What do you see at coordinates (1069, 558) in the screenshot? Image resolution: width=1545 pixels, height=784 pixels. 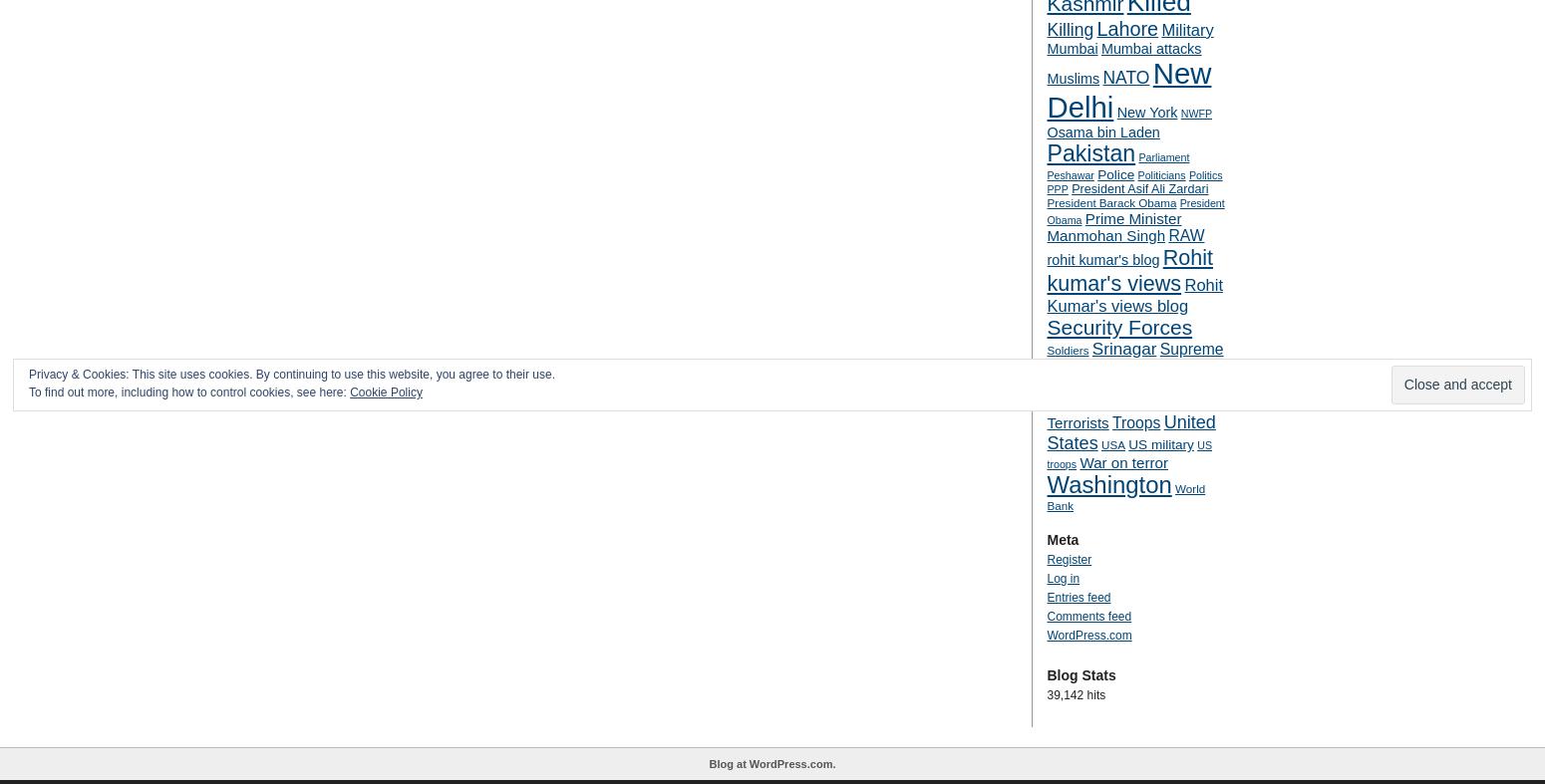 I see `'Register'` at bounding box center [1069, 558].